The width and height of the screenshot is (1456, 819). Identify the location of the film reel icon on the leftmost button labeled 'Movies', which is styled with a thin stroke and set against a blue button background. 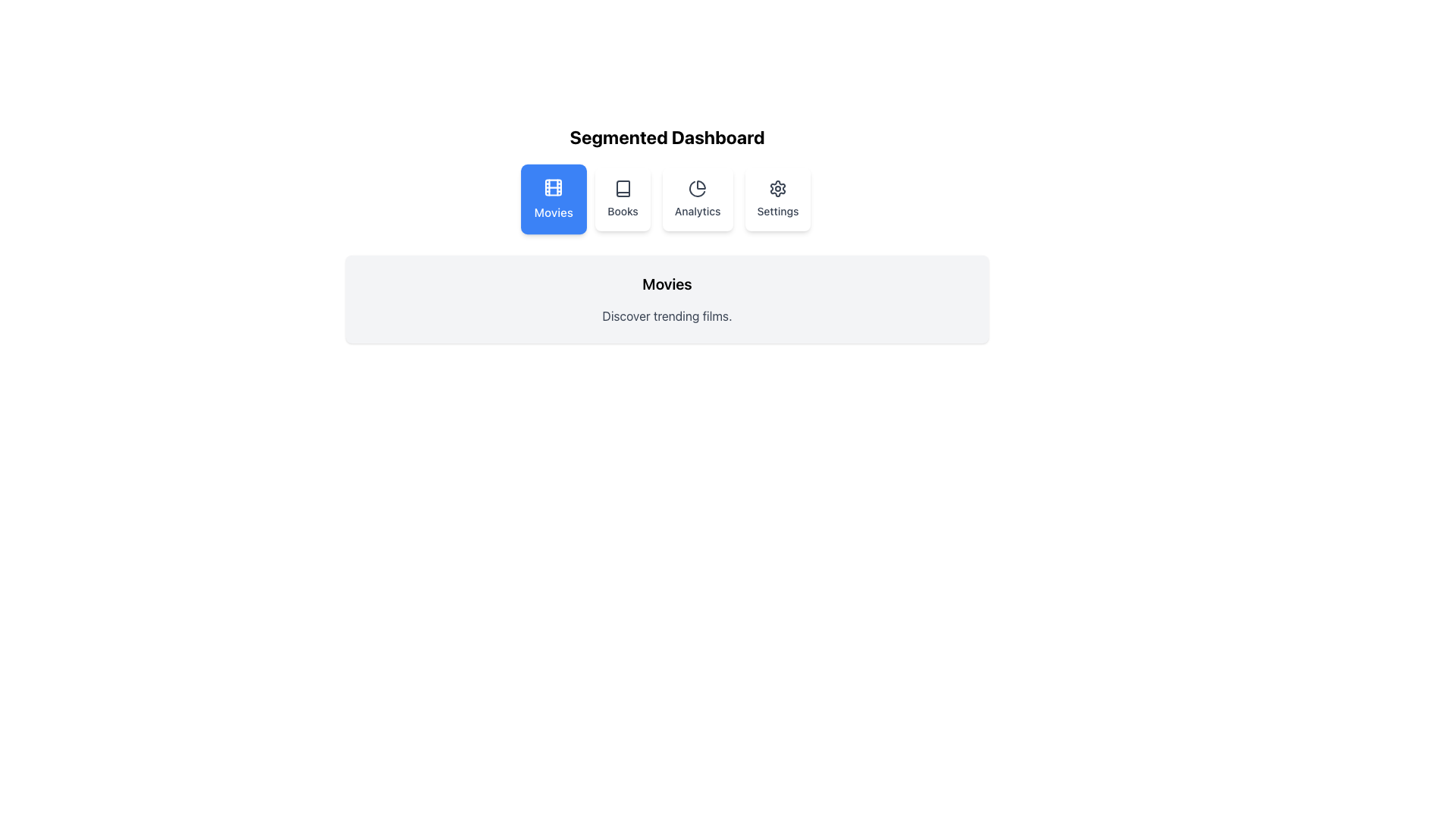
(552, 187).